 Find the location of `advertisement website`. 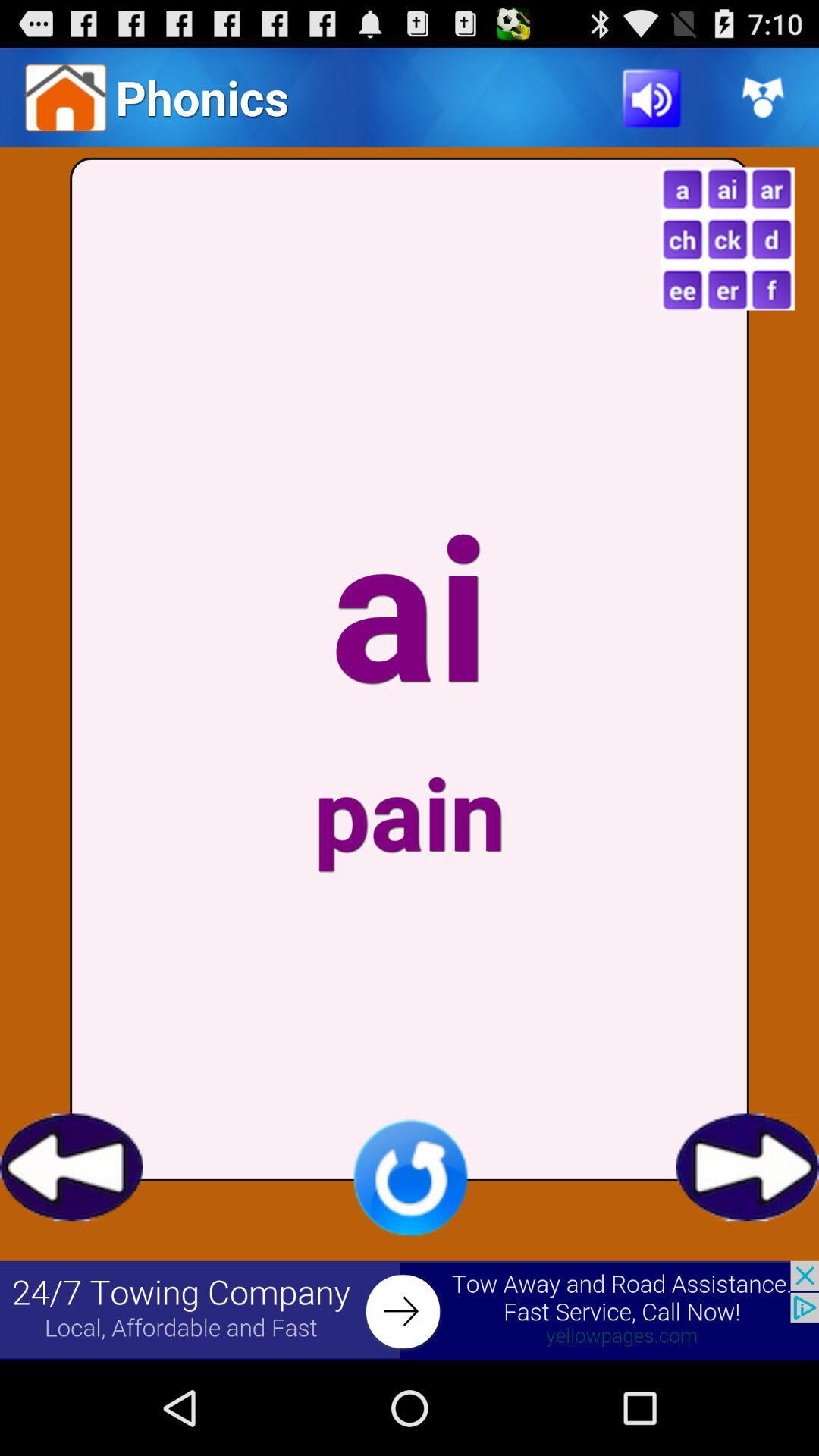

advertisement website is located at coordinates (409, 1310).